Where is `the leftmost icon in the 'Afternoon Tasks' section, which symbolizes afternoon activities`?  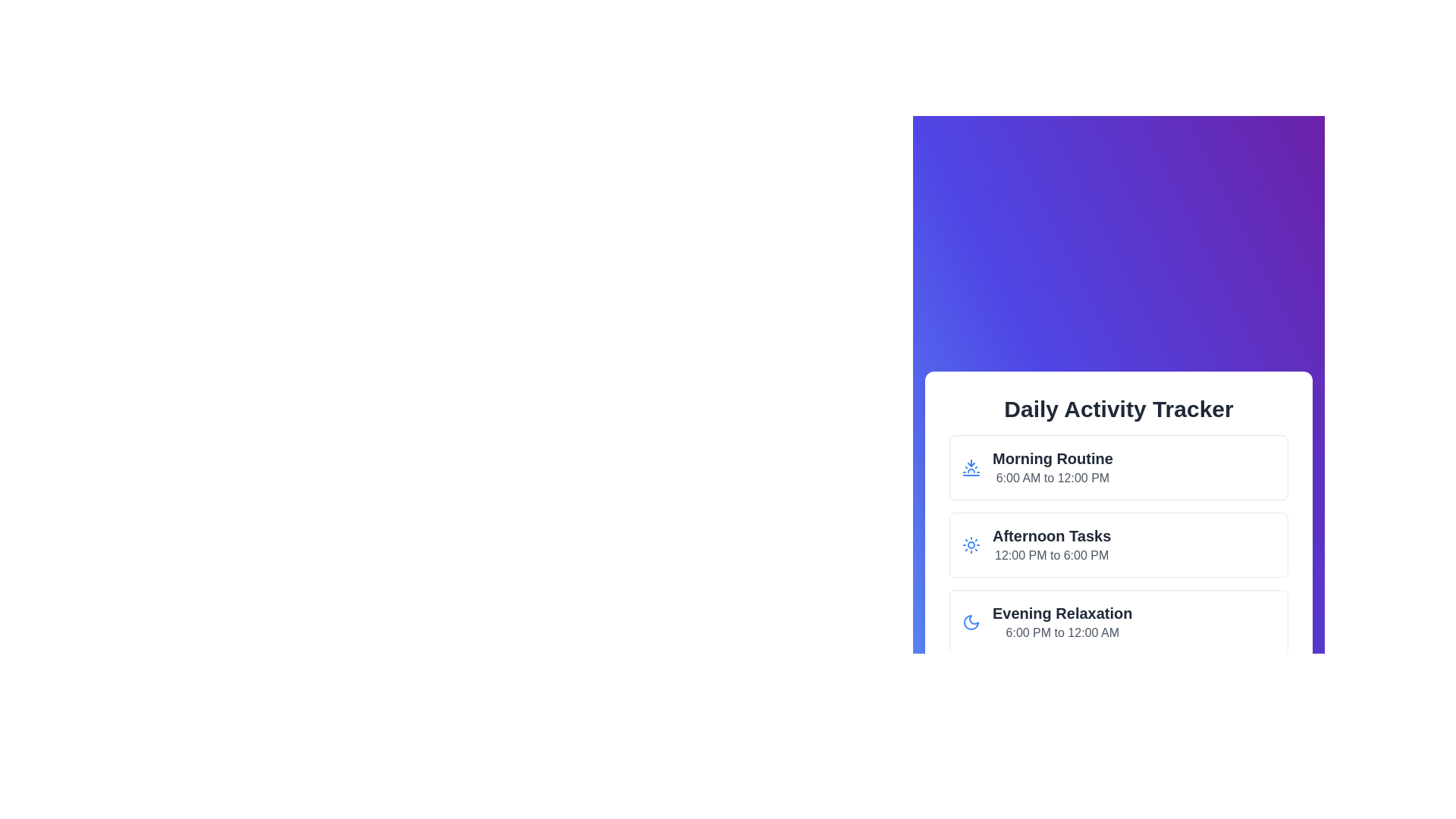
the leftmost icon in the 'Afternoon Tasks' section, which symbolizes afternoon activities is located at coordinates (971, 544).